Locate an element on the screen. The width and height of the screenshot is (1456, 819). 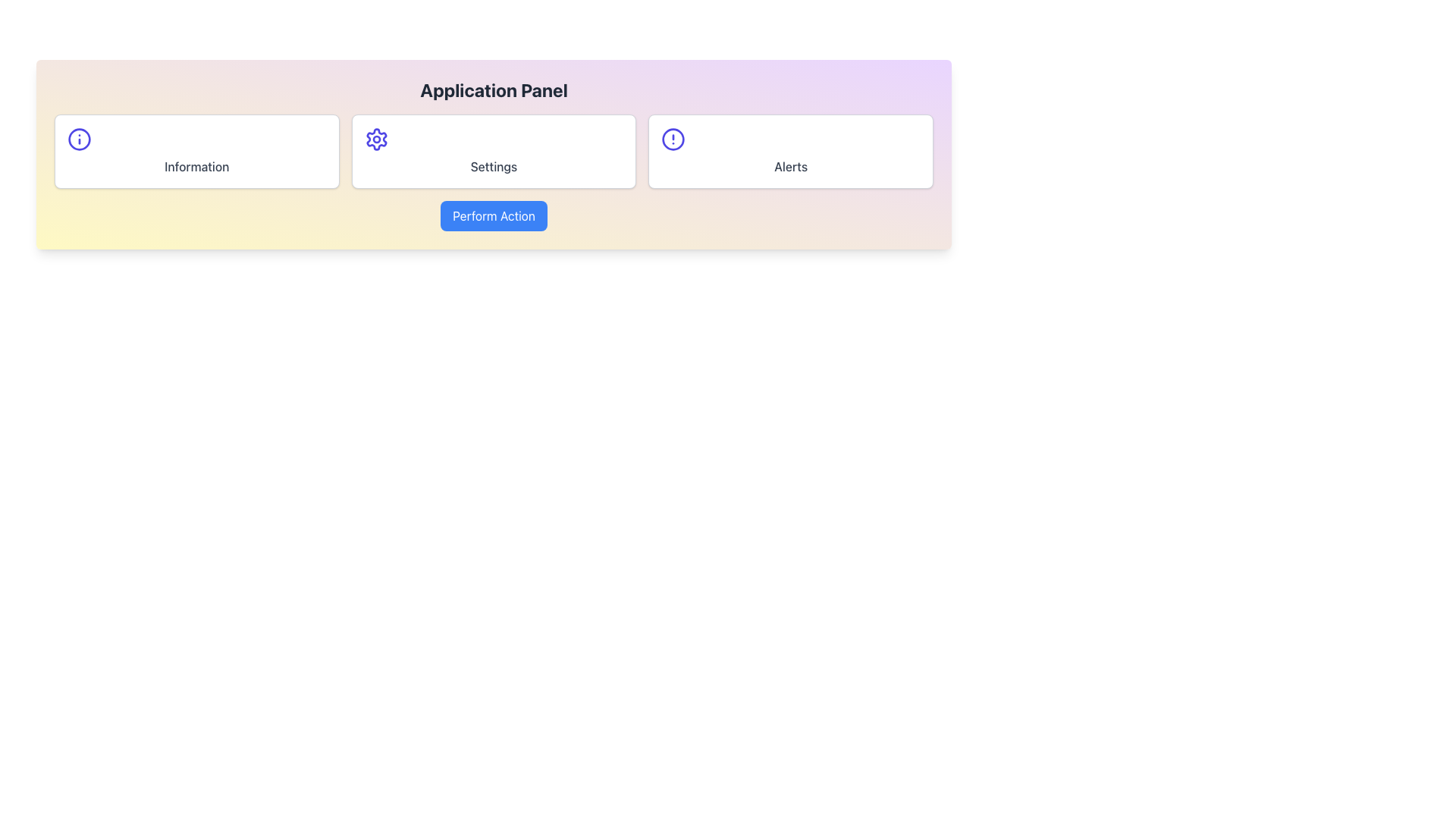
the text label at the bottom center of the middle card, which indicates settings-related functionality is located at coordinates (494, 166).